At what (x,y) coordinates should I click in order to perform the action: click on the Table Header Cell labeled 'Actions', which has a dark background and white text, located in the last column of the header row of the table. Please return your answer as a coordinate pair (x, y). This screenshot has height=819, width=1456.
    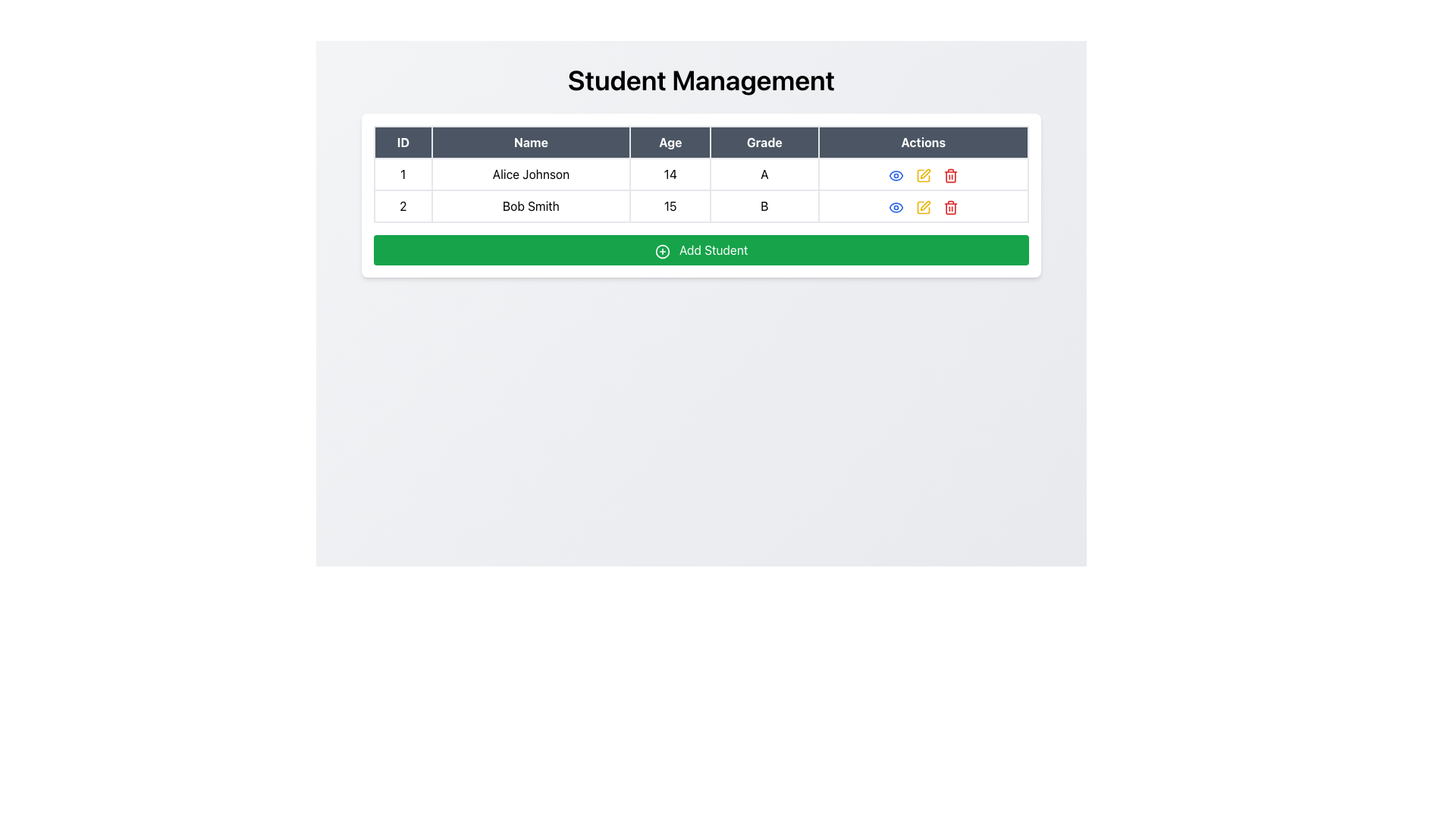
    Looking at the image, I should click on (922, 143).